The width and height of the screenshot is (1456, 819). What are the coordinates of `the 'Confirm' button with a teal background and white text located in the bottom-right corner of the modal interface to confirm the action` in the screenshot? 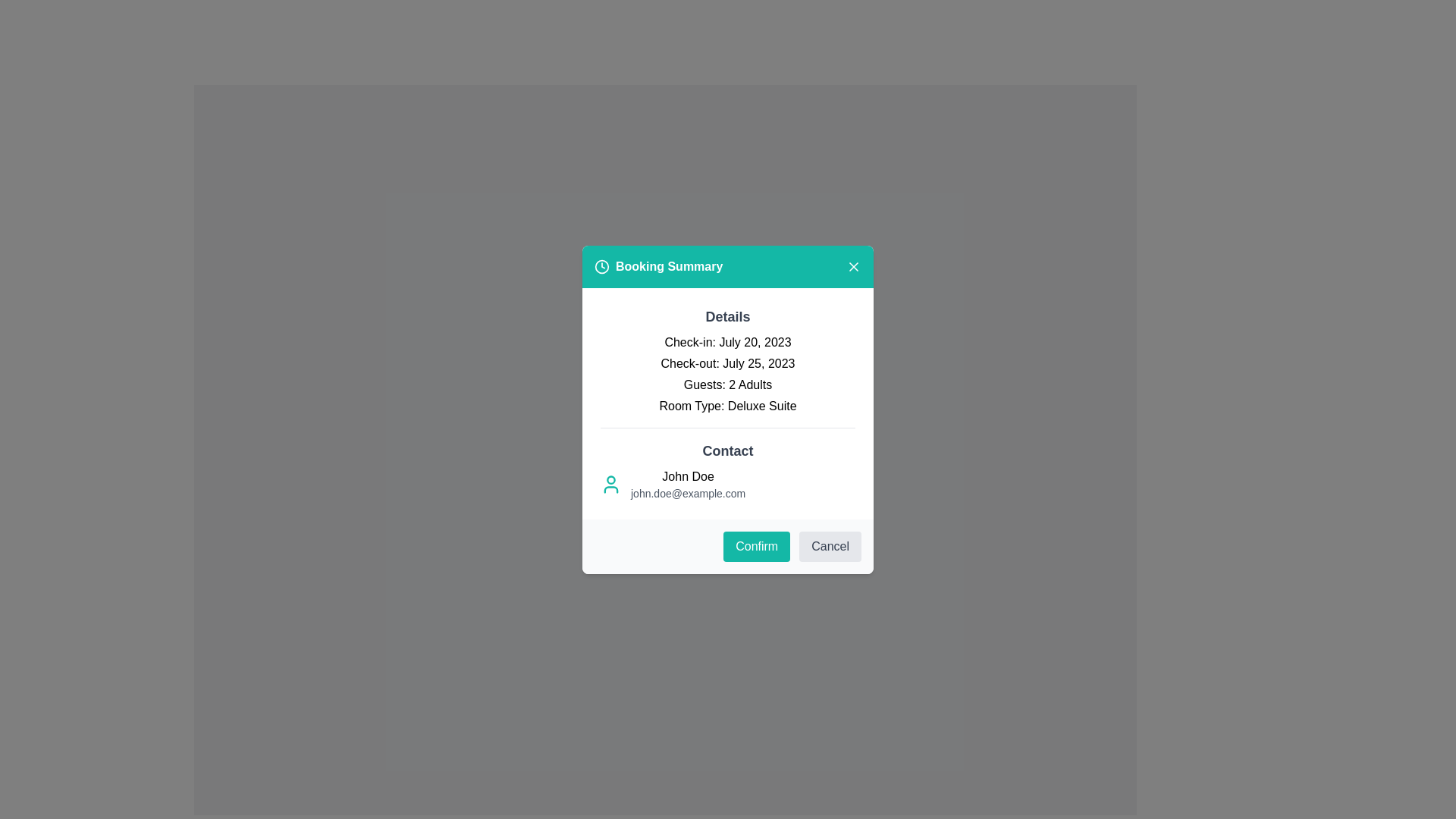 It's located at (757, 546).